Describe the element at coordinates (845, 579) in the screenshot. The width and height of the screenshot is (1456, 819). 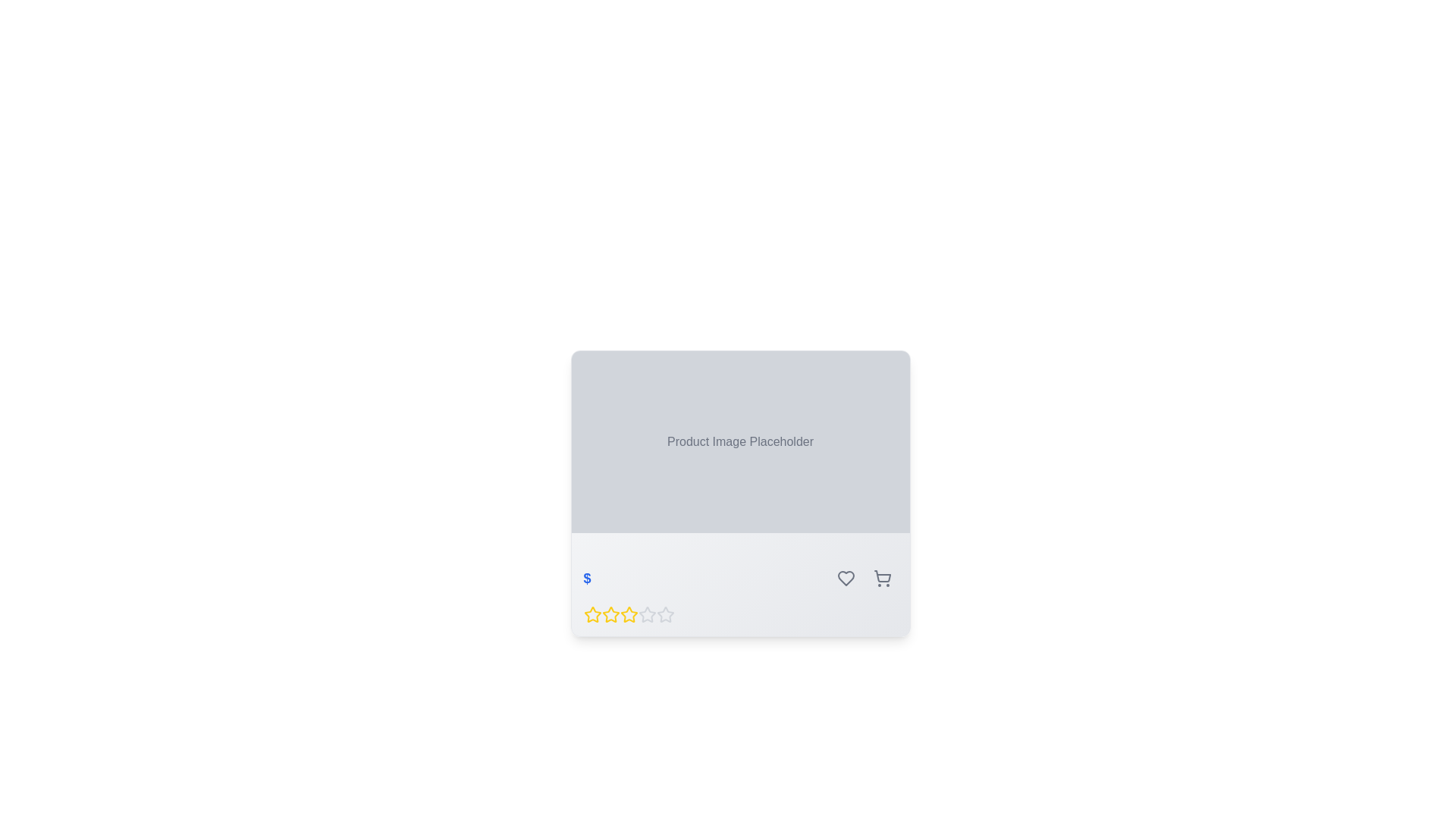
I see `the heart-shaped icon located at the bottom section of the product card UI, which is to the right of the currency symbol and the star icons, and to the left of the shopping cart icon, to favorite the product` at that location.